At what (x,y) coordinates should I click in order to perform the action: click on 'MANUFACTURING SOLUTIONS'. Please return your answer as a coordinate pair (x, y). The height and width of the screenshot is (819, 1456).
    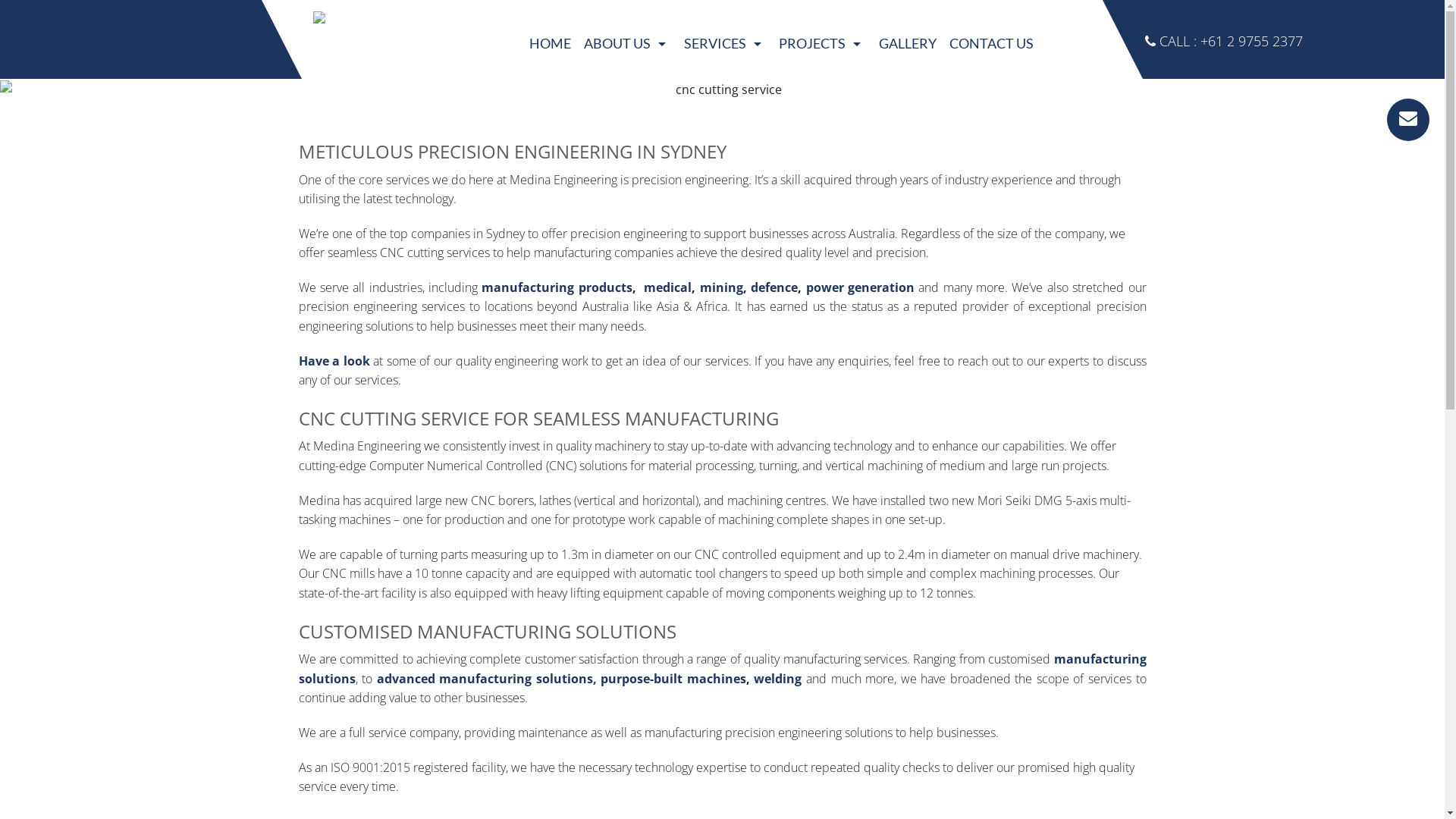
    Looking at the image, I should click on (723, 123).